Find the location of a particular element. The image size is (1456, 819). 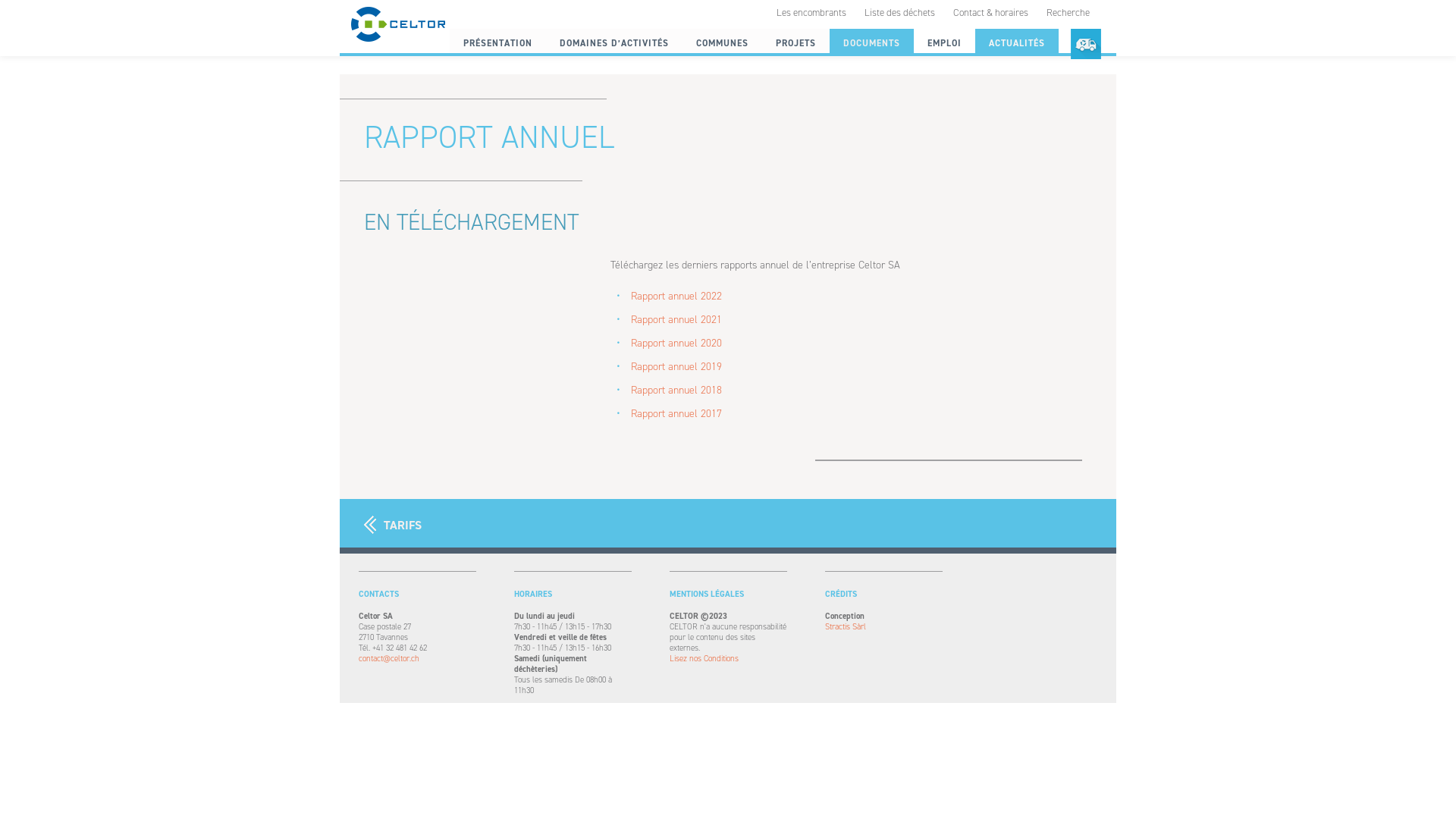

'contact@celtor.ch' is located at coordinates (416, 657).